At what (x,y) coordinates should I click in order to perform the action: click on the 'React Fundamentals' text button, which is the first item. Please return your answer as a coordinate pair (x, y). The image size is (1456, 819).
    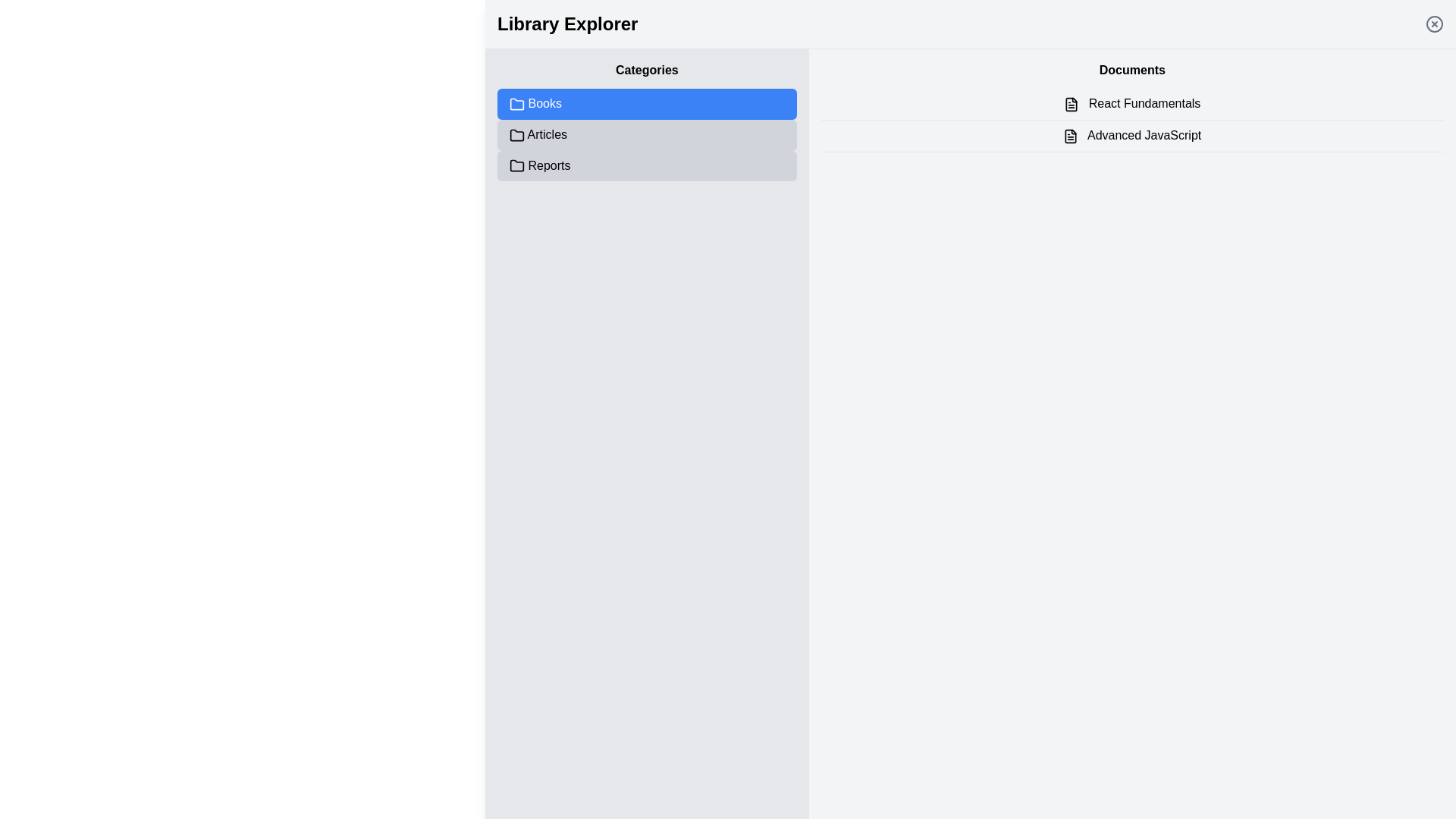
    Looking at the image, I should click on (1132, 103).